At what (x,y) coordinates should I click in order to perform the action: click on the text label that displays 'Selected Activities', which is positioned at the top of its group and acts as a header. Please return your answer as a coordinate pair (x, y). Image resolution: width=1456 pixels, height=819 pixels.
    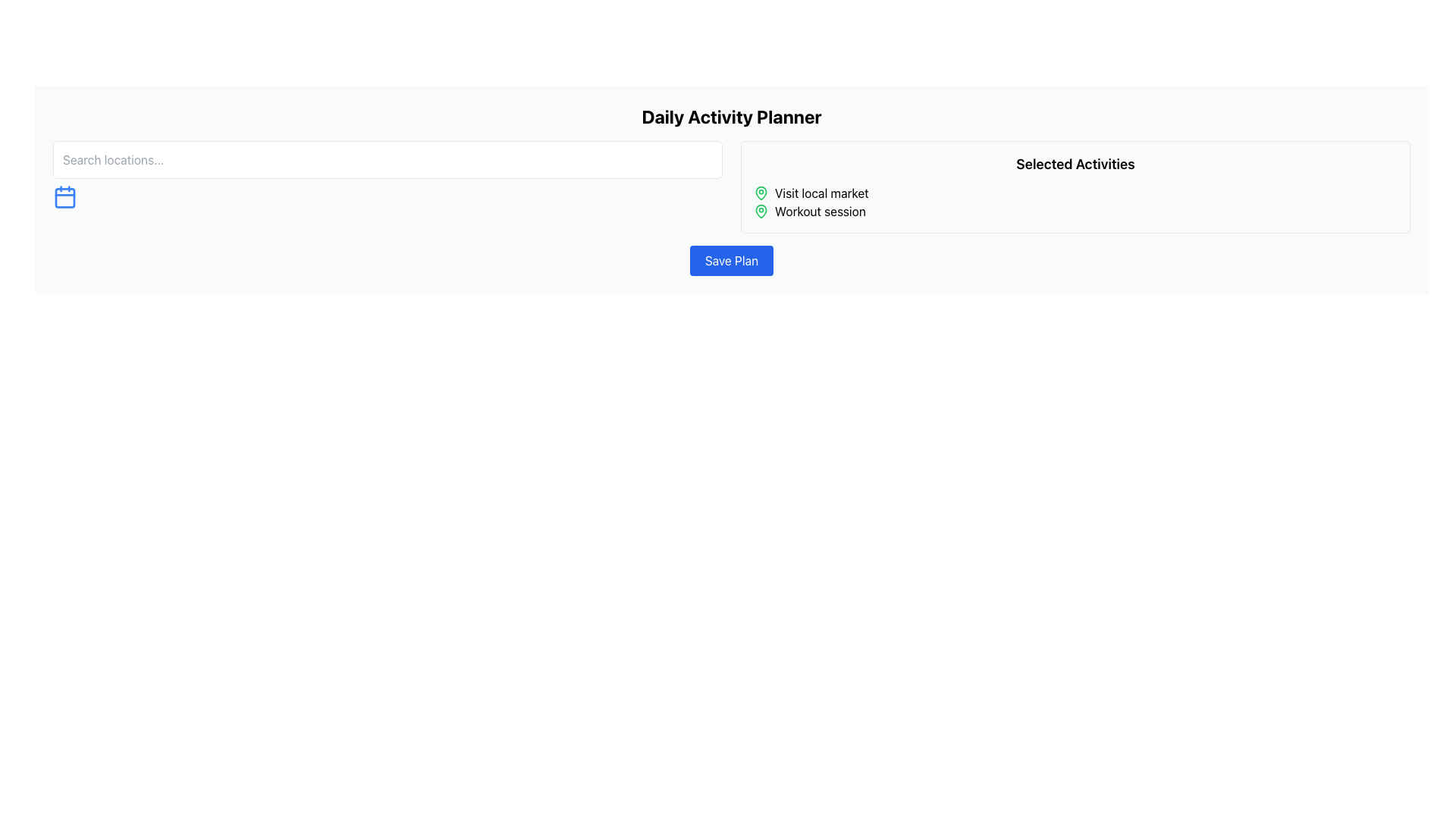
    Looking at the image, I should click on (1075, 164).